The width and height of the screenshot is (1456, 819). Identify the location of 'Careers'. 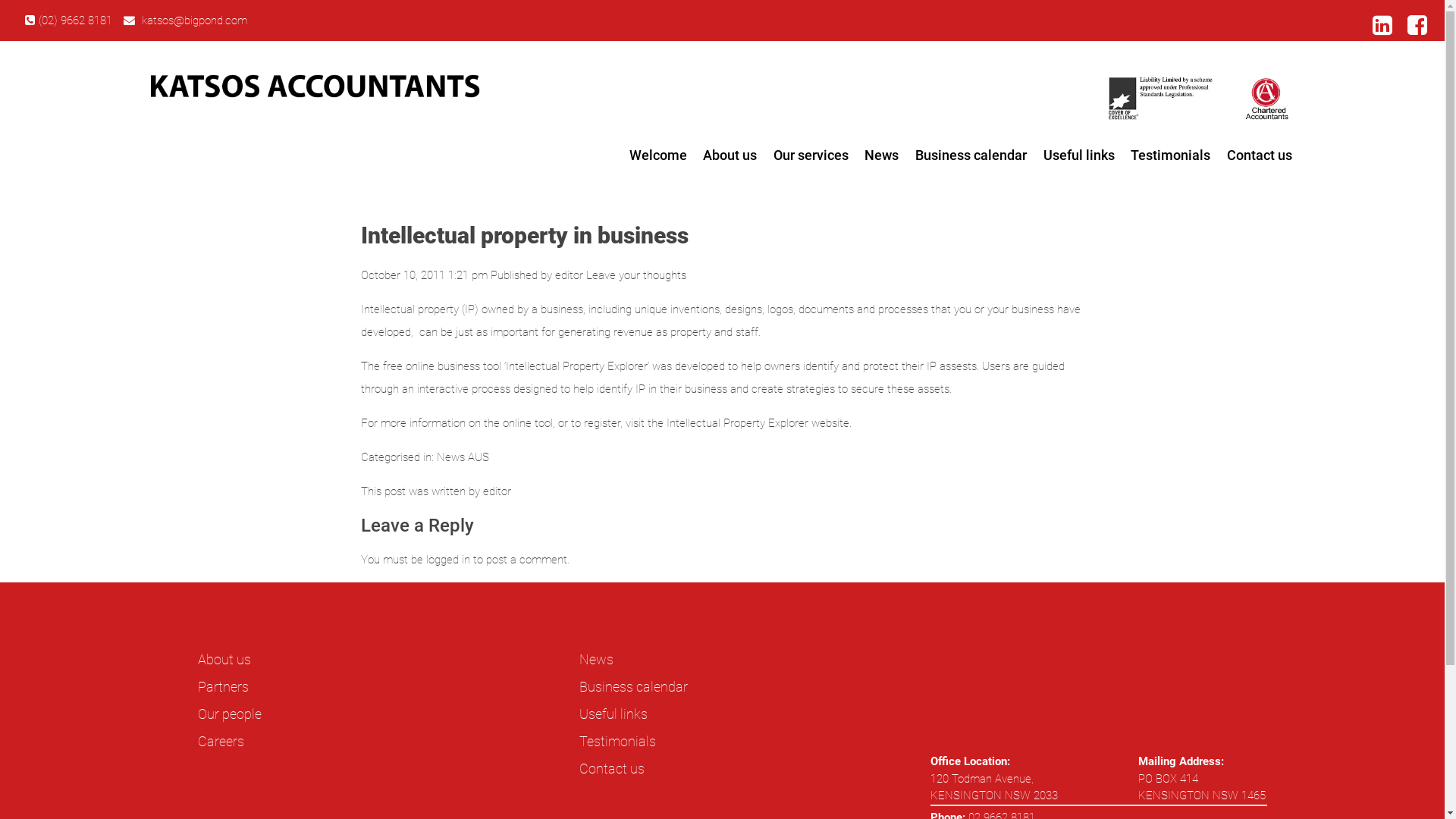
(220, 740).